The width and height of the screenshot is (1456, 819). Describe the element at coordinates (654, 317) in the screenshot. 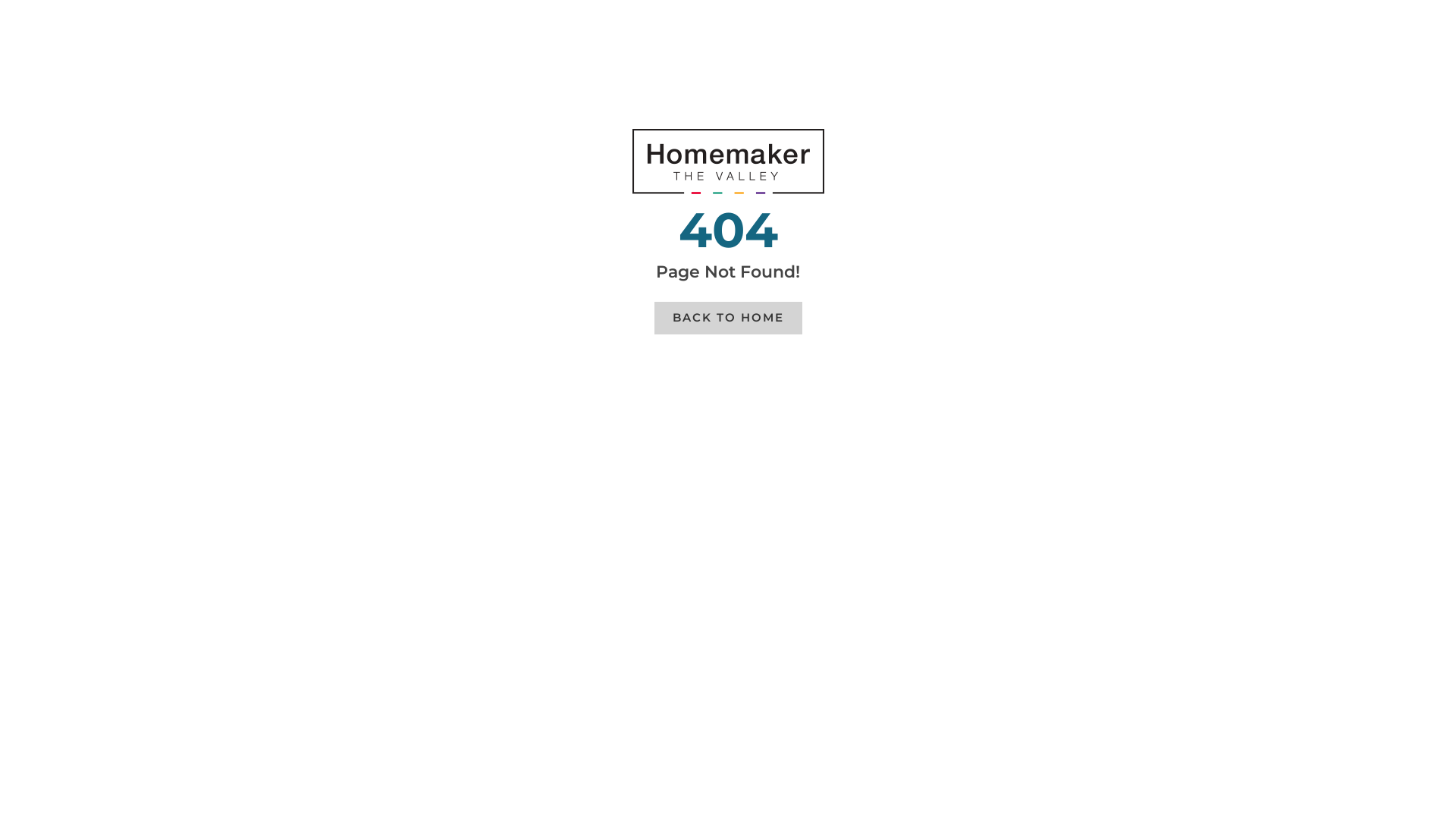

I see `'BACK TO HOME'` at that location.